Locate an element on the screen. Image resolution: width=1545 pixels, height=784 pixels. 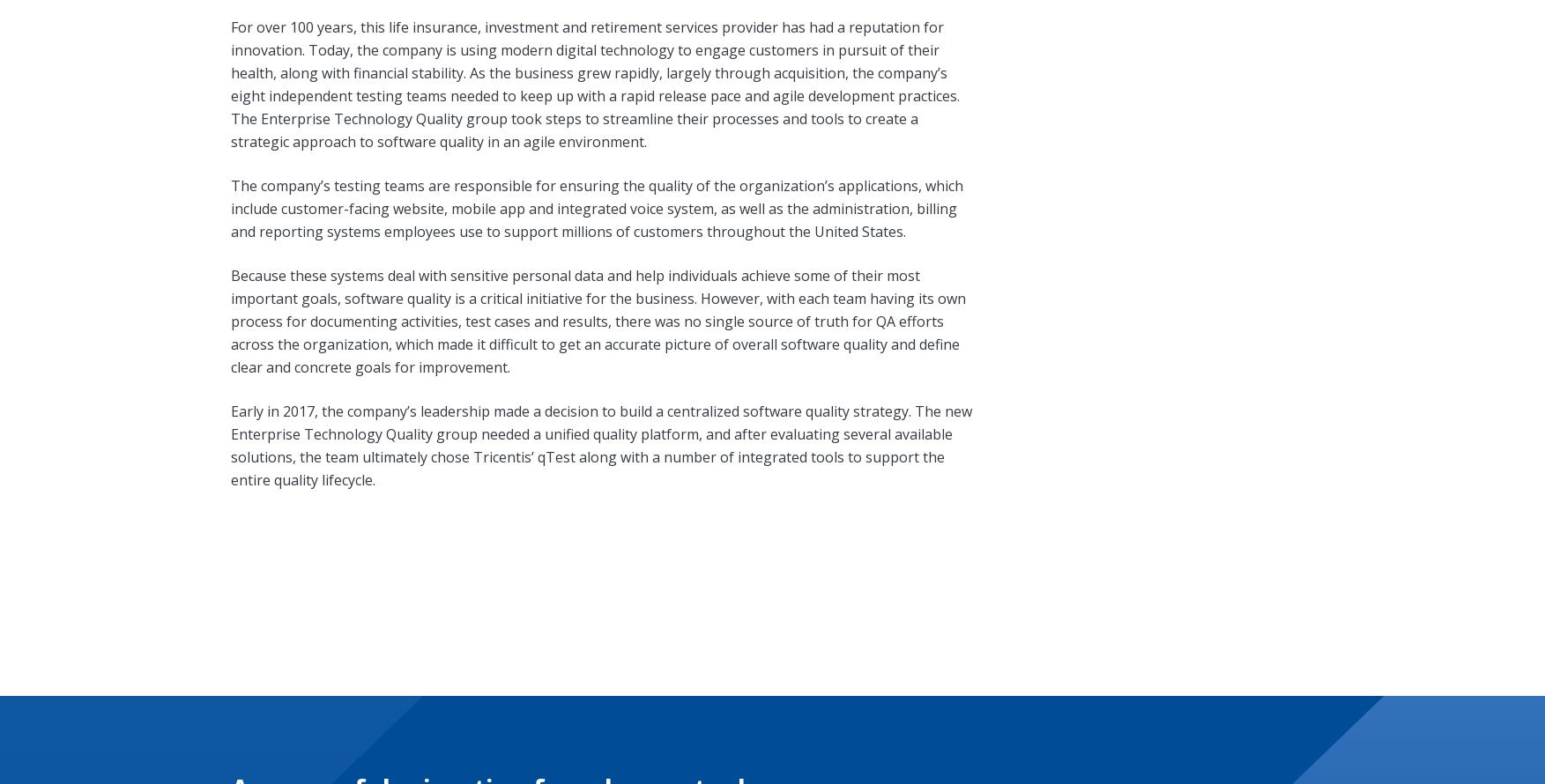
'News' is located at coordinates (245, 722).